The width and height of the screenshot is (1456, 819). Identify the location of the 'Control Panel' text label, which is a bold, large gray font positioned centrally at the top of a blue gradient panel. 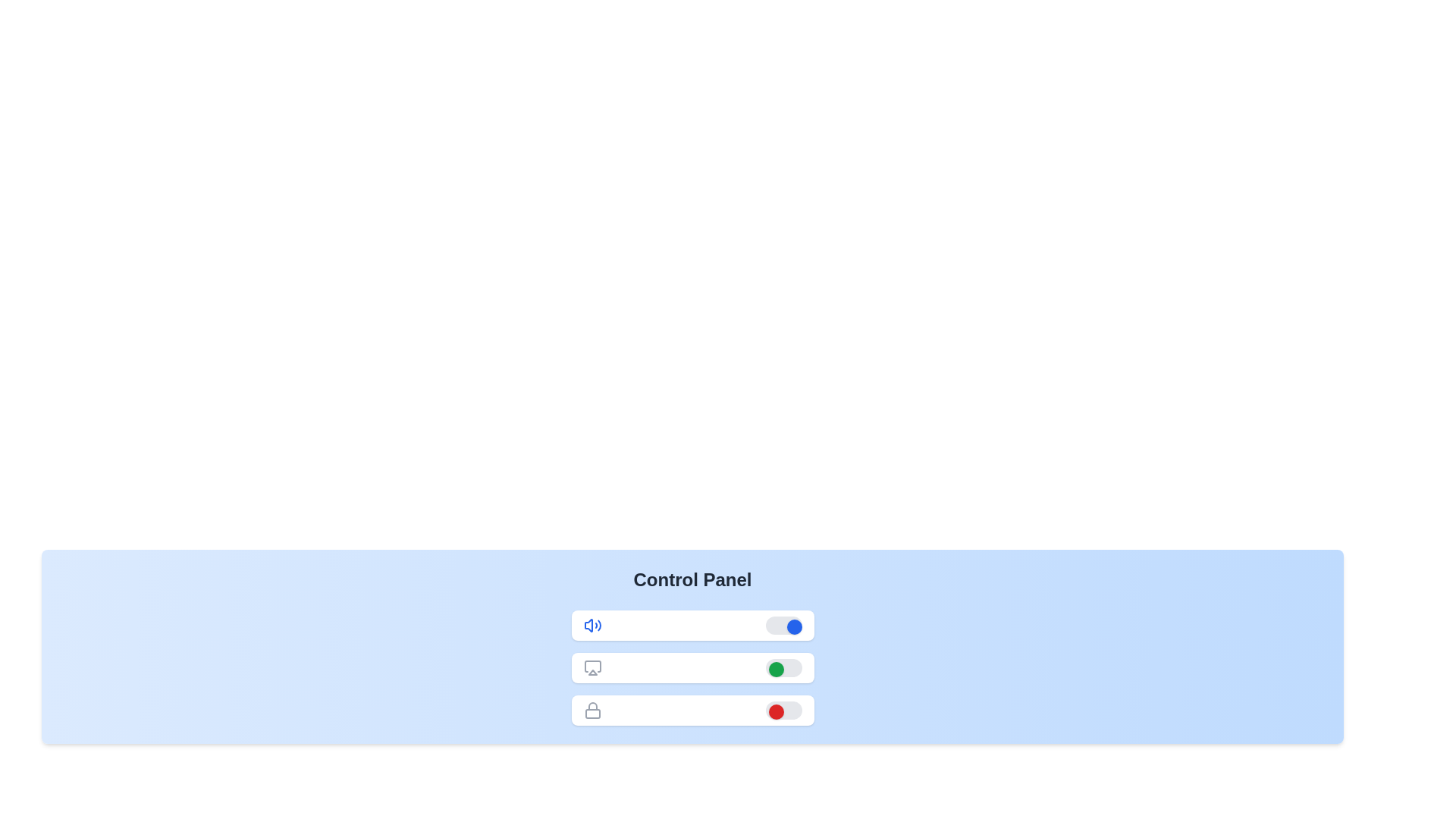
(692, 579).